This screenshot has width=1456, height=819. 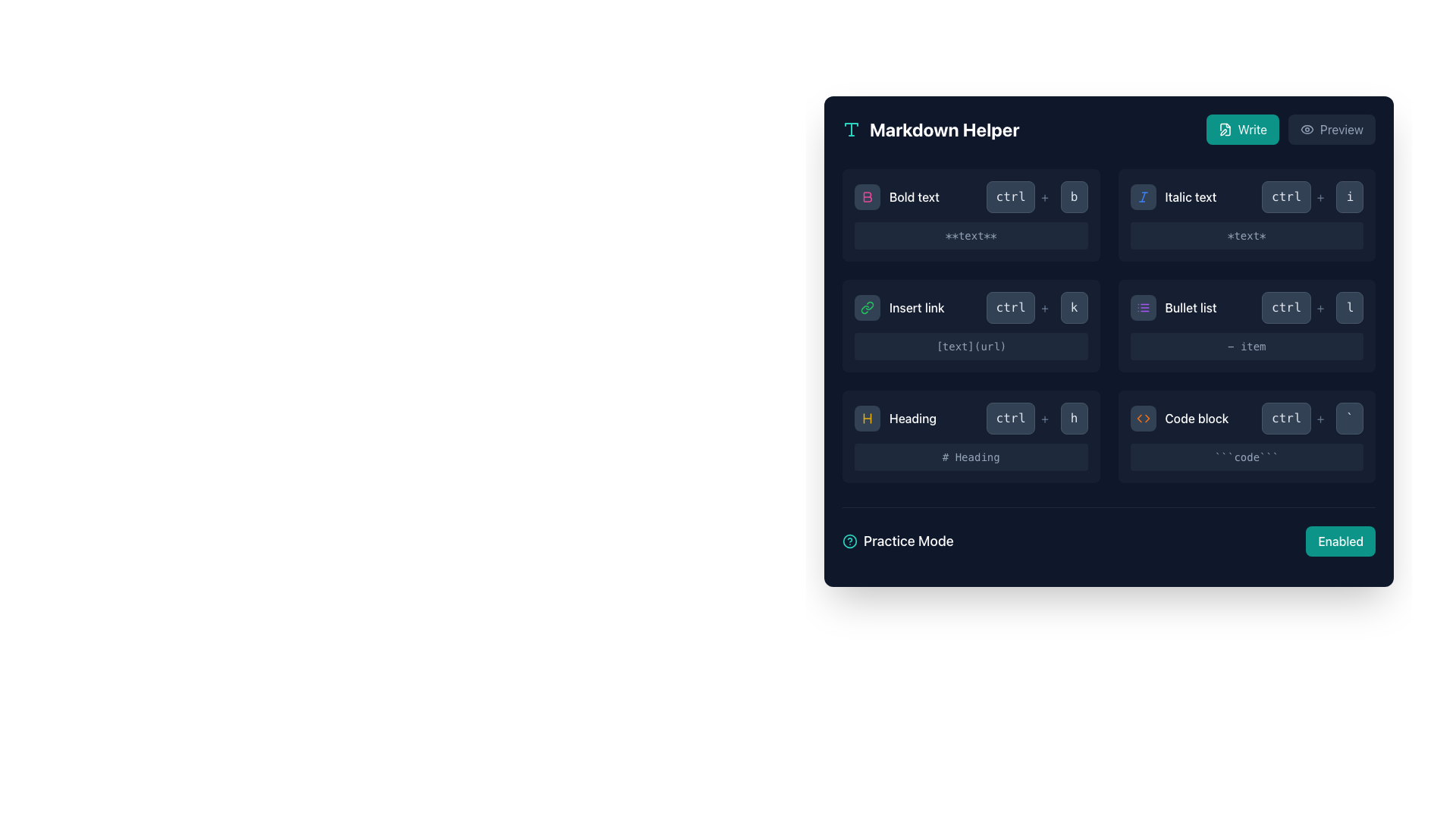 What do you see at coordinates (1319, 418) in the screenshot?
I see `the Text Label indicating the addition of a key following the 'ctrl' key, which is visually represented as 'ctrl +'` at bounding box center [1319, 418].